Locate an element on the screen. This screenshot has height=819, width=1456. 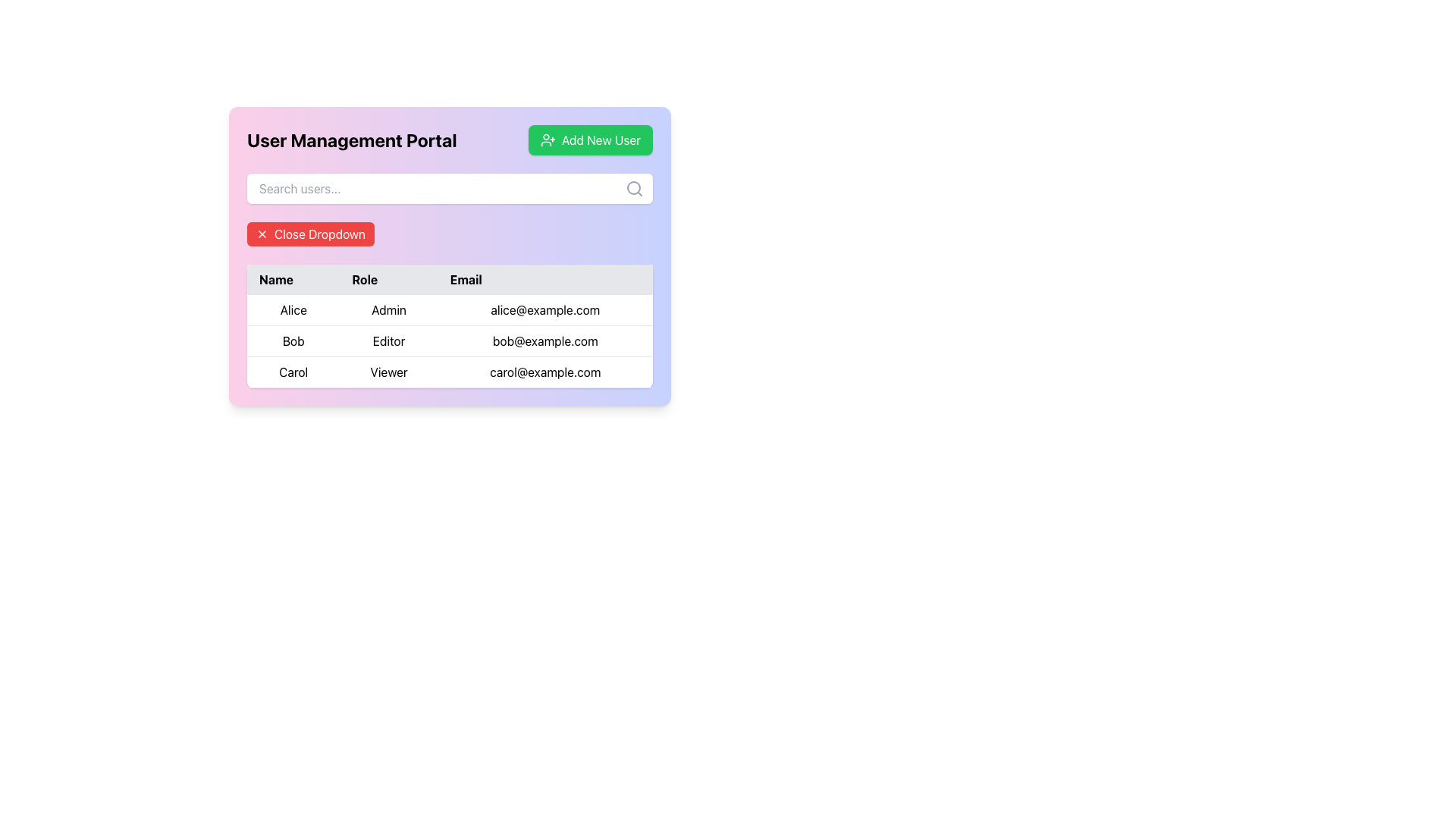
the second row in the user information table by clicking on it, which displays details like name, role, and email is located at coordinates (449, 341).